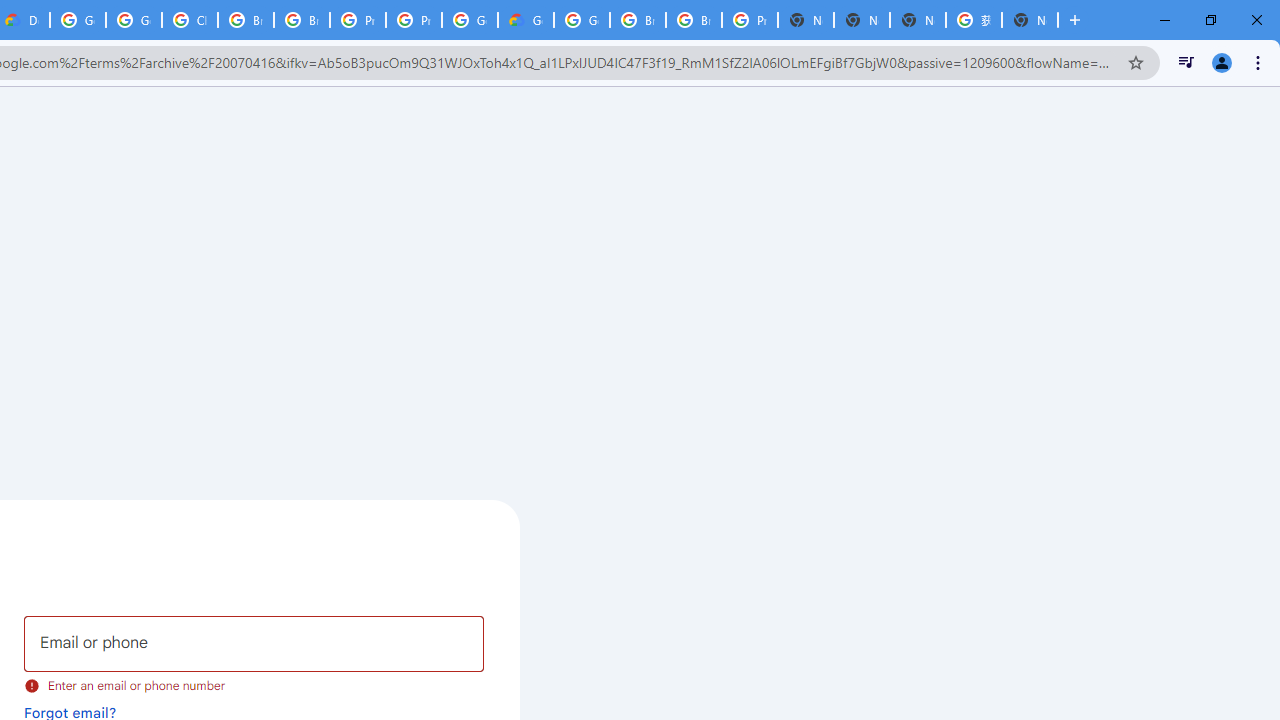 This screenshot has width=1280, height=720. I want to click on 'Google Cloud Platform', so click(581, 20).